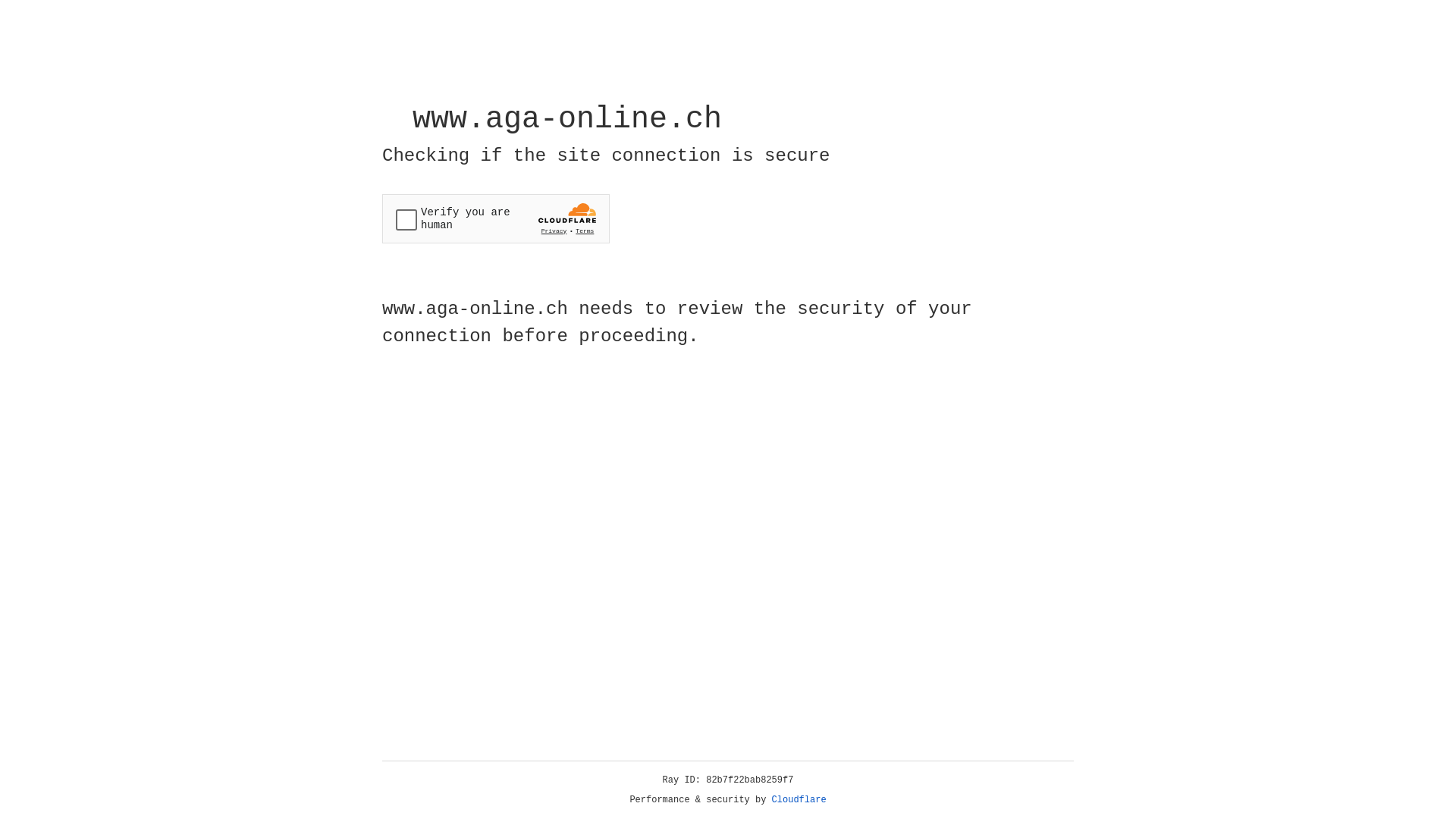  I want to click on 'Widget containing a Cloudflare security challenge', so click(495, 218).